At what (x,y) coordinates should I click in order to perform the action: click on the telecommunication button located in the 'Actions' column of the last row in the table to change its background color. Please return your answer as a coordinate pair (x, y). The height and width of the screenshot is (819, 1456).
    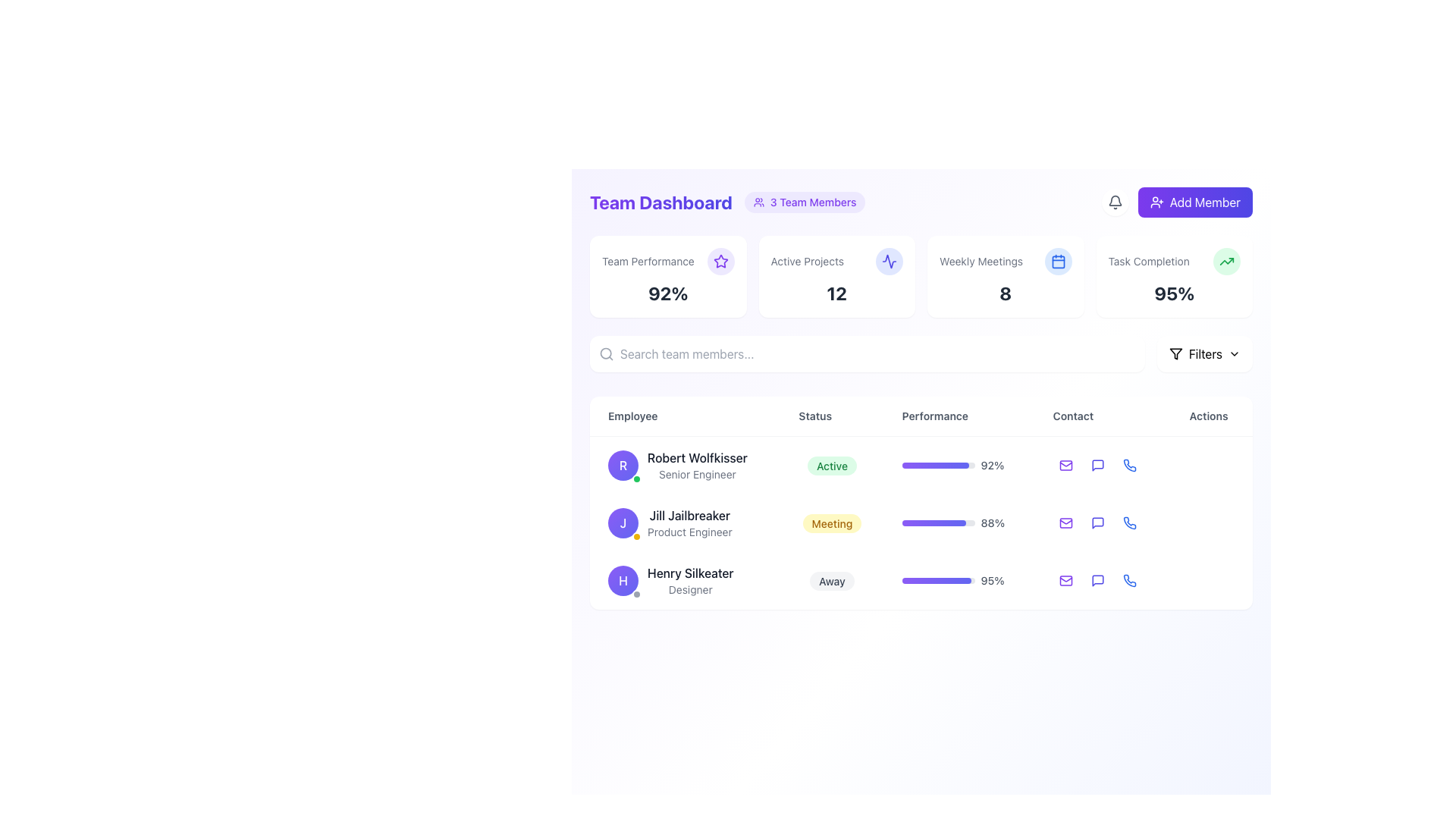
    Looking at the image, I should click on (1129, 580).